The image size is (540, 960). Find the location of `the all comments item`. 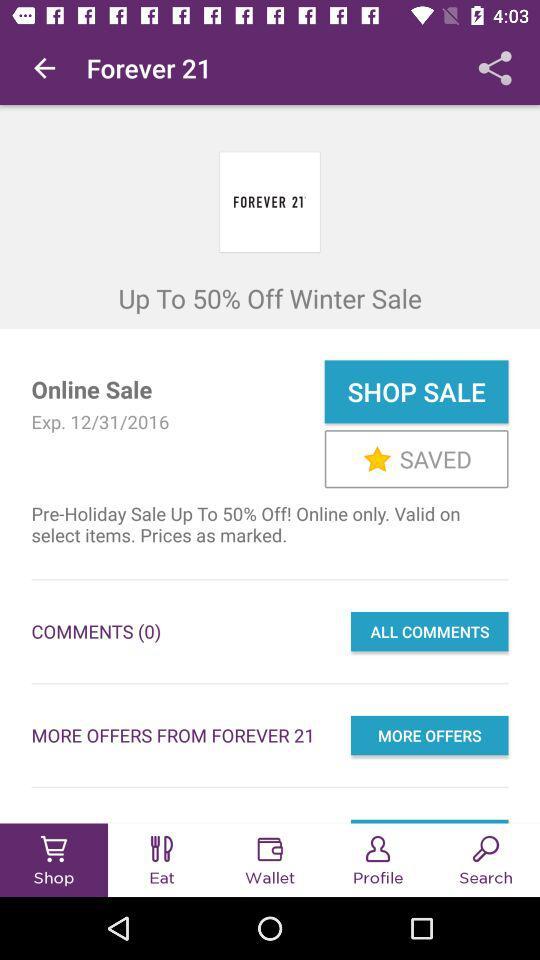

the all comments item is located at coordinates (428, 630).